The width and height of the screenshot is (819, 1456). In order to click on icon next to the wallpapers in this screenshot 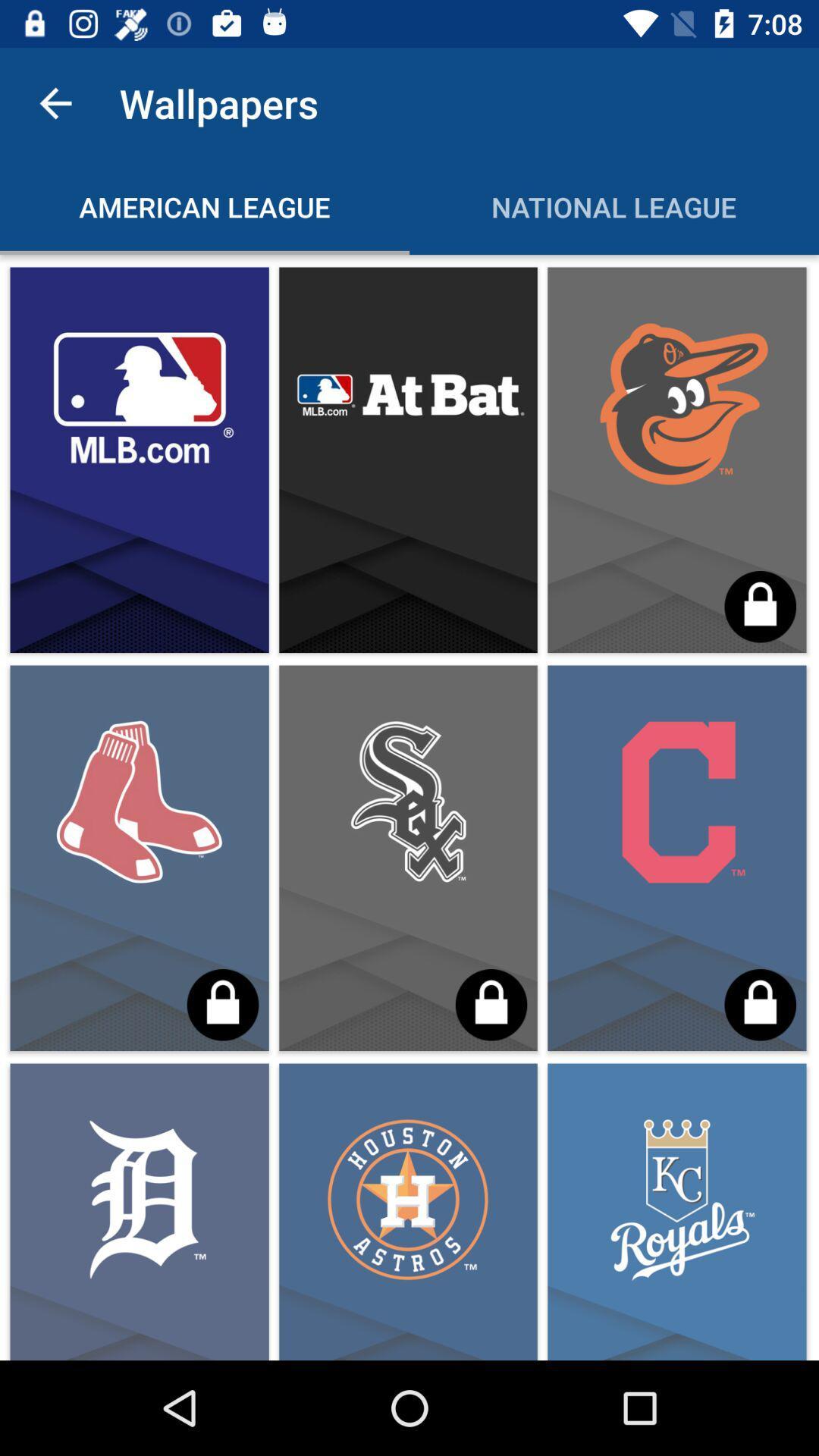, I will do `click(55, 102)`.